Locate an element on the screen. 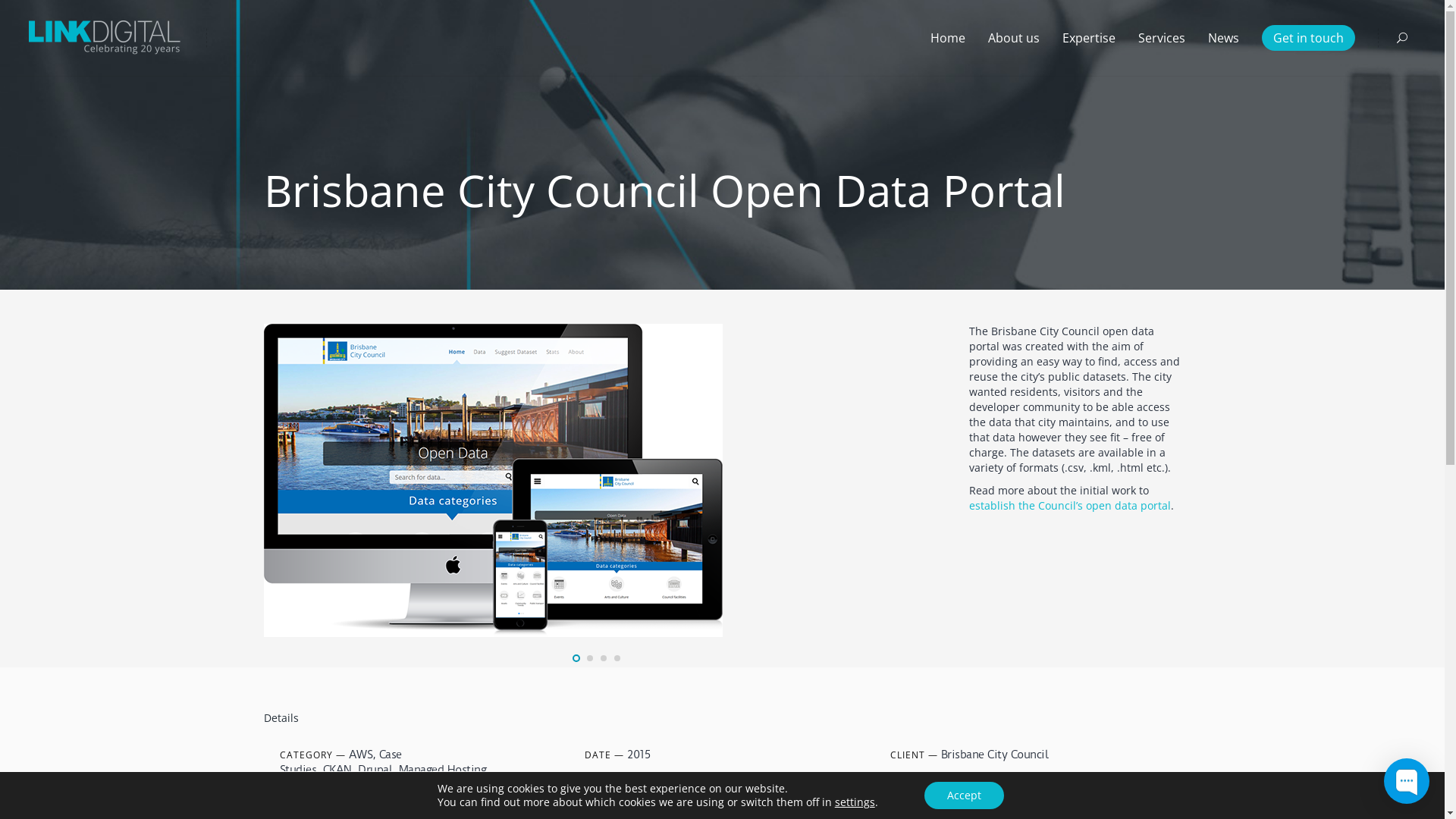 The image size is (1456, 819). 'Accept' is located at coordinates (963, 795).